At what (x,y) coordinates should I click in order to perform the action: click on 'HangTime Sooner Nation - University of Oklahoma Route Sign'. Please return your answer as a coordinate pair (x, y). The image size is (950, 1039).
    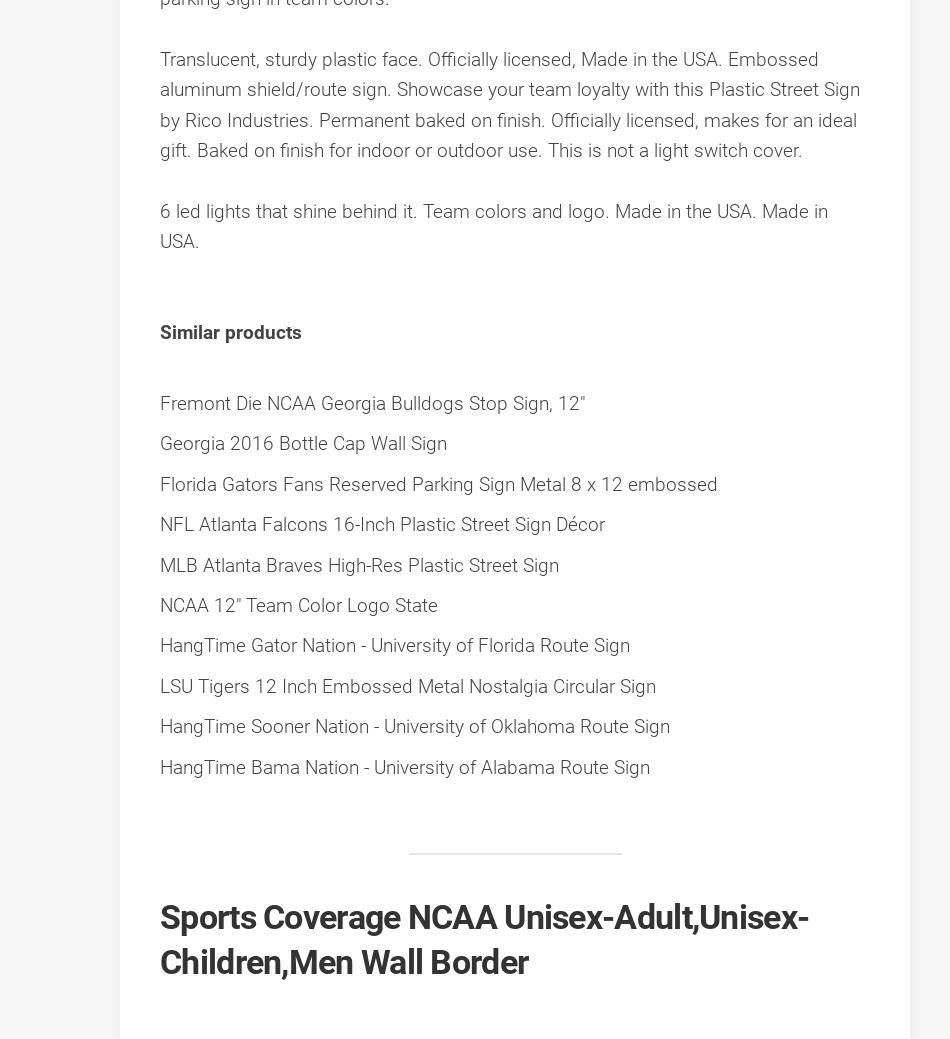
    Looking at the image, I should click on (159, 725).